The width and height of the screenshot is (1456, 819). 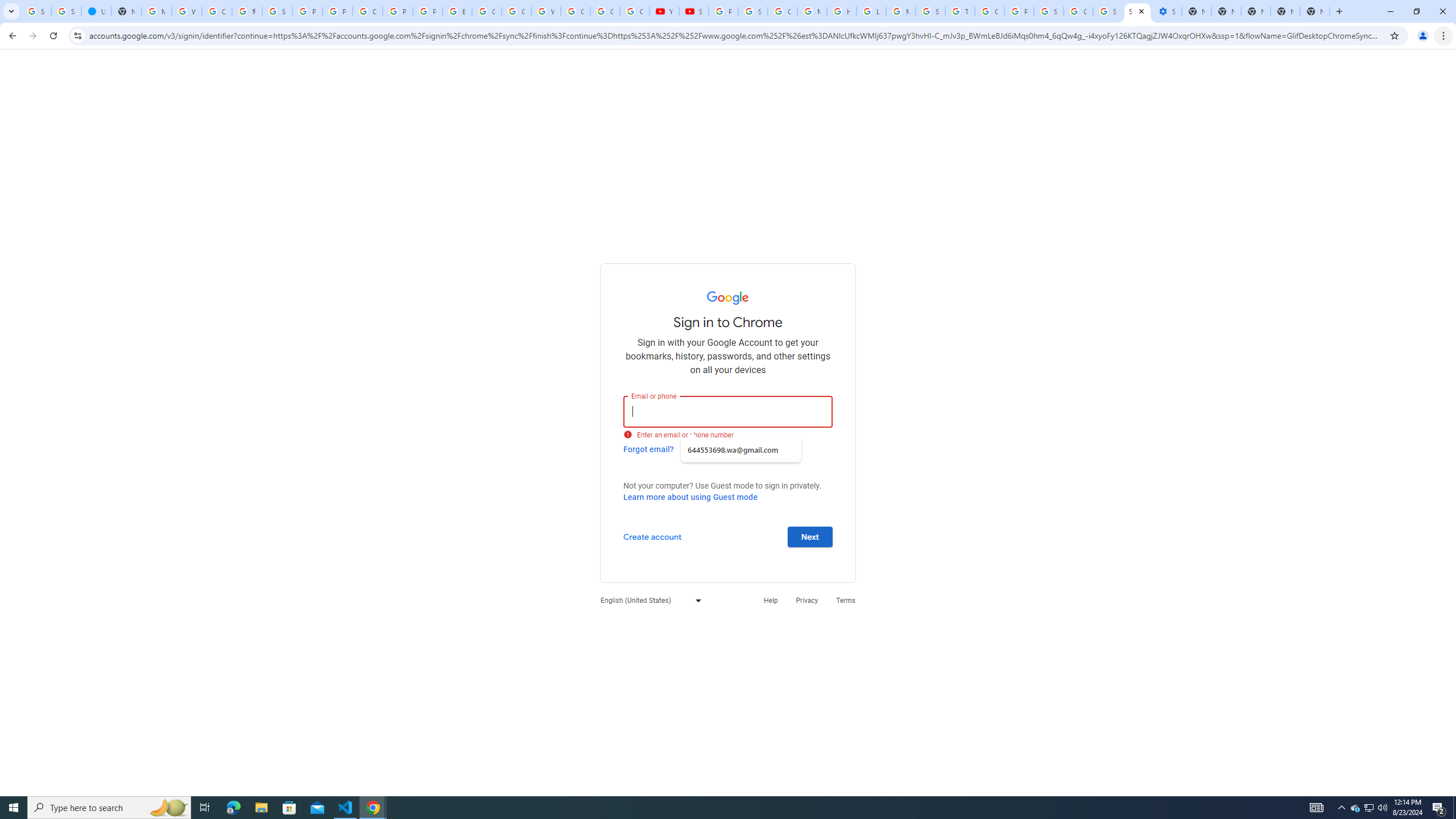 What do you see at coordinates (728, 411) in the screenshot?
I see `'Email or phone'` at bounding box center [728, 411].